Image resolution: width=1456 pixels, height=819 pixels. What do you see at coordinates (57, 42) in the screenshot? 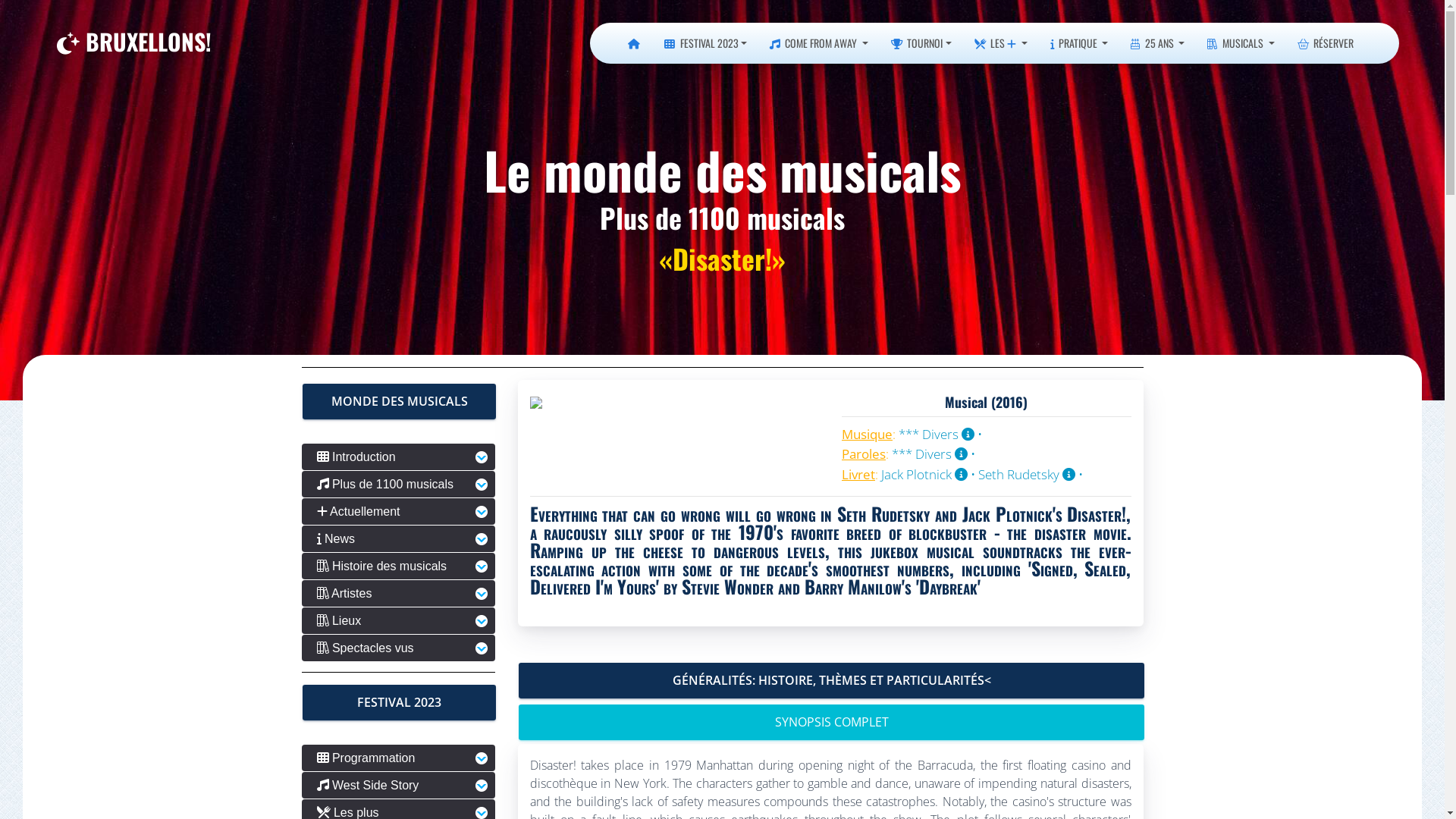
I see `'BRUXELLONS!'` at bounding box center [57, 42].